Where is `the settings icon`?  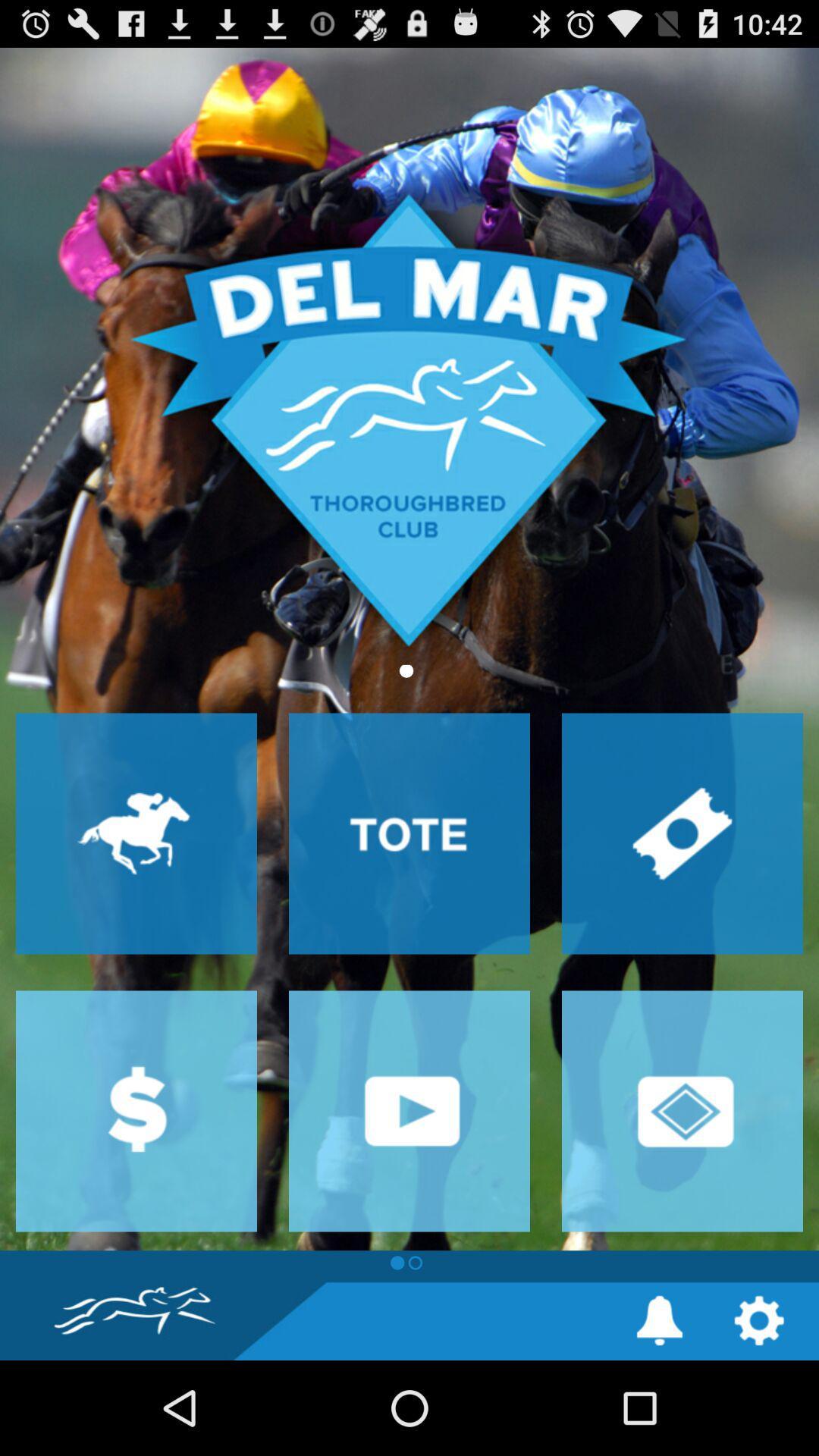
the settings icon is located at coordinates (759, 1412).